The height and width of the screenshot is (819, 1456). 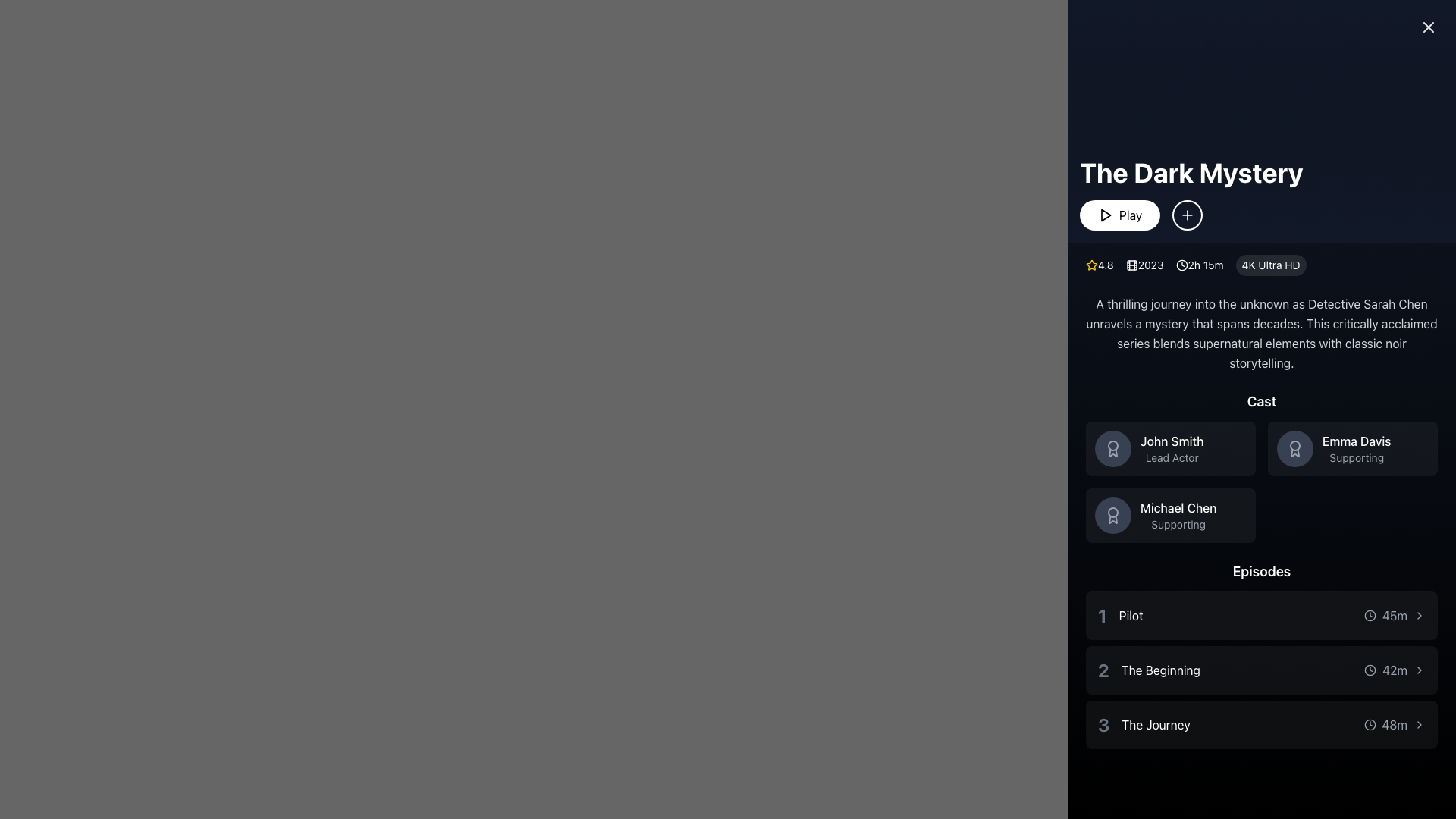 I want to click on the rounded close button with a white 'X' icon located in the top-right corner of the sidebar interface to visualize the hover effect, so click(x=1427, y=27).